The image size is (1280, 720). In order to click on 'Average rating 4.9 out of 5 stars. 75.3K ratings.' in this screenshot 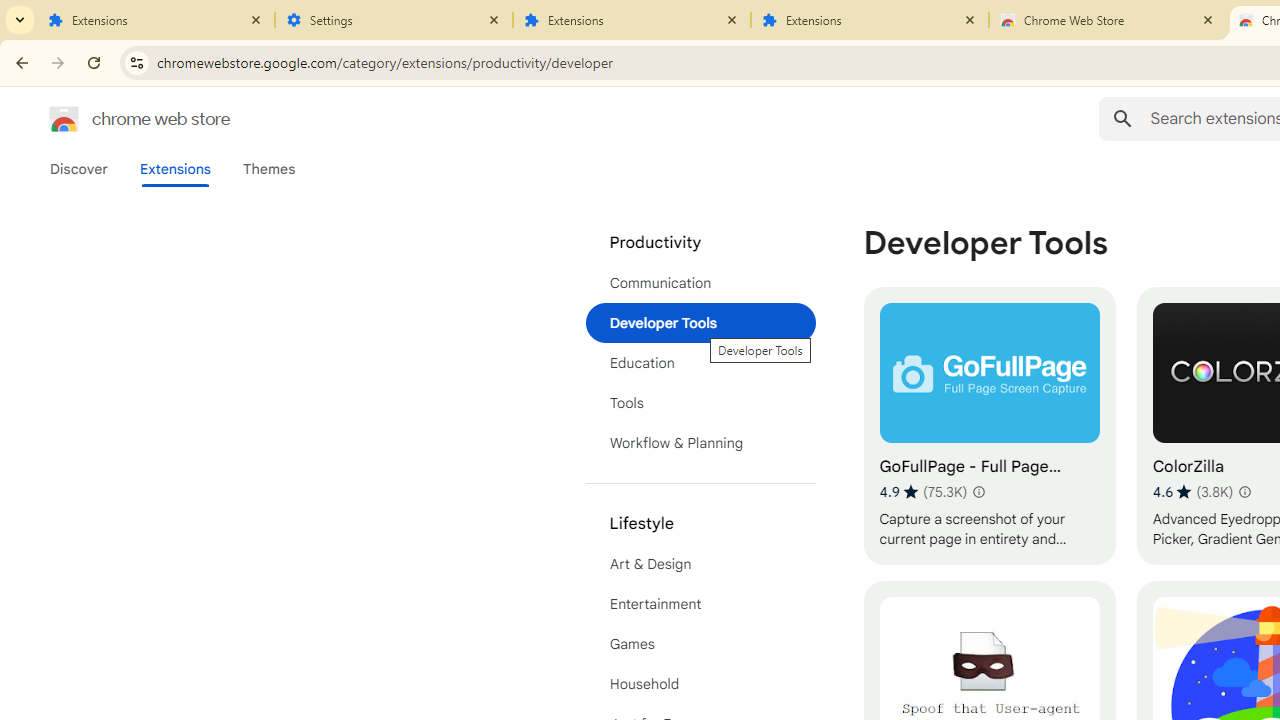, I will do `click(922, 491)`.